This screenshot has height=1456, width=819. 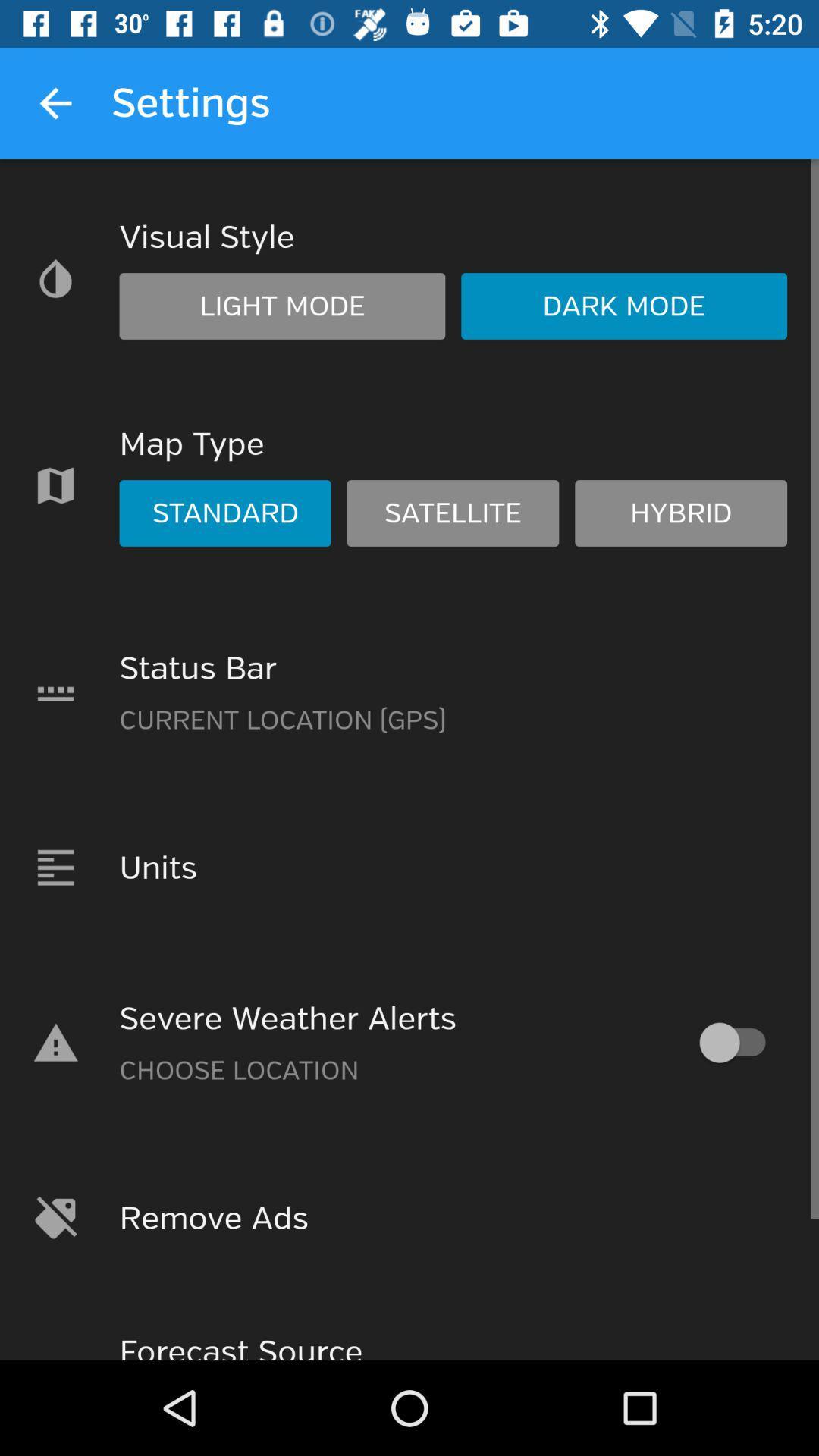 I want to click on the icon left to visual style, so click(x=55, y=278).